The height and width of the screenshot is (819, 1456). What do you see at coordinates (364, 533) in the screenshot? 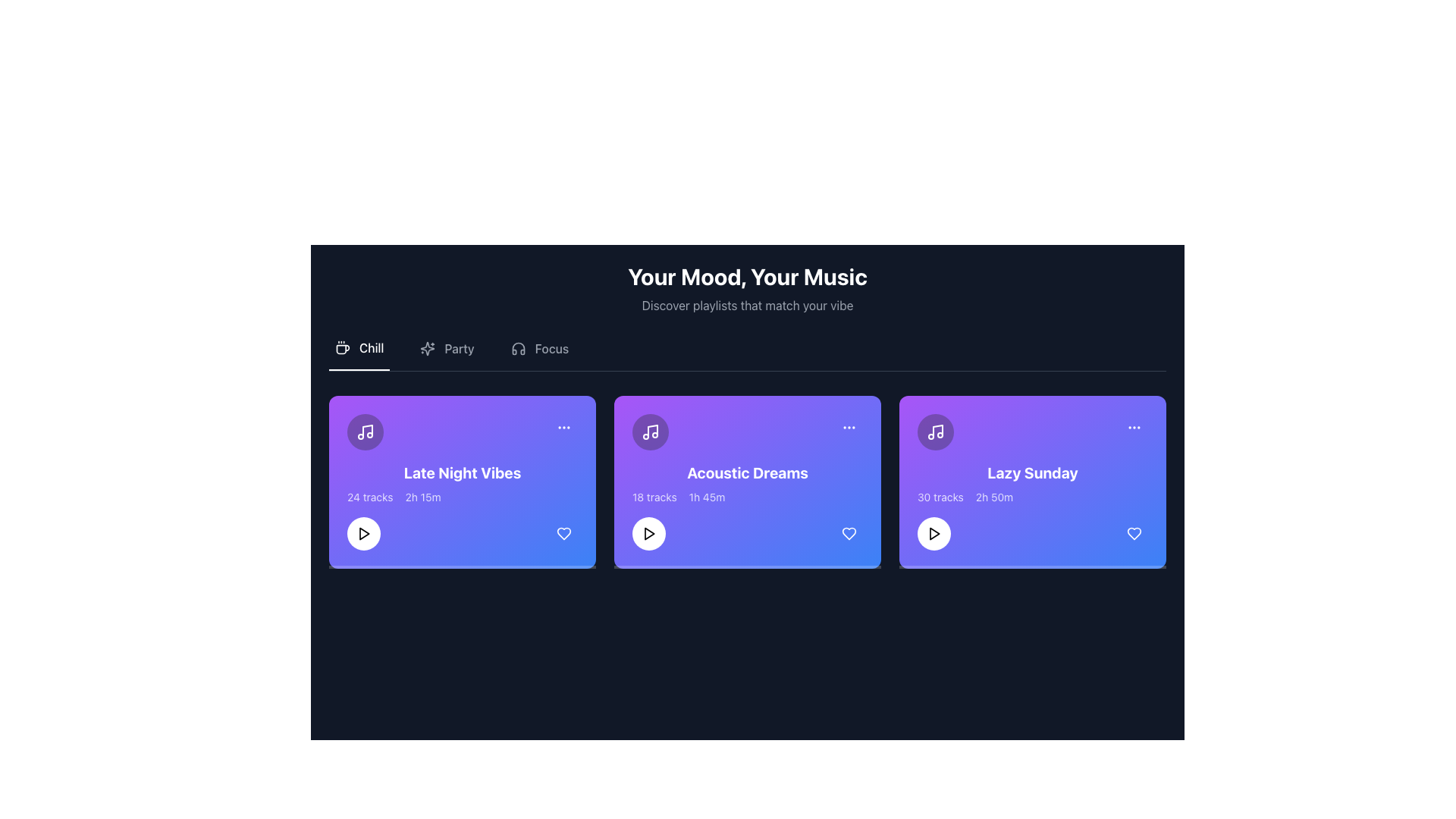
I see `the triangular play icon outlined in white, located at the center-bottom of the 'Acoustic Dreams' card` at bounding box center [364, 533].